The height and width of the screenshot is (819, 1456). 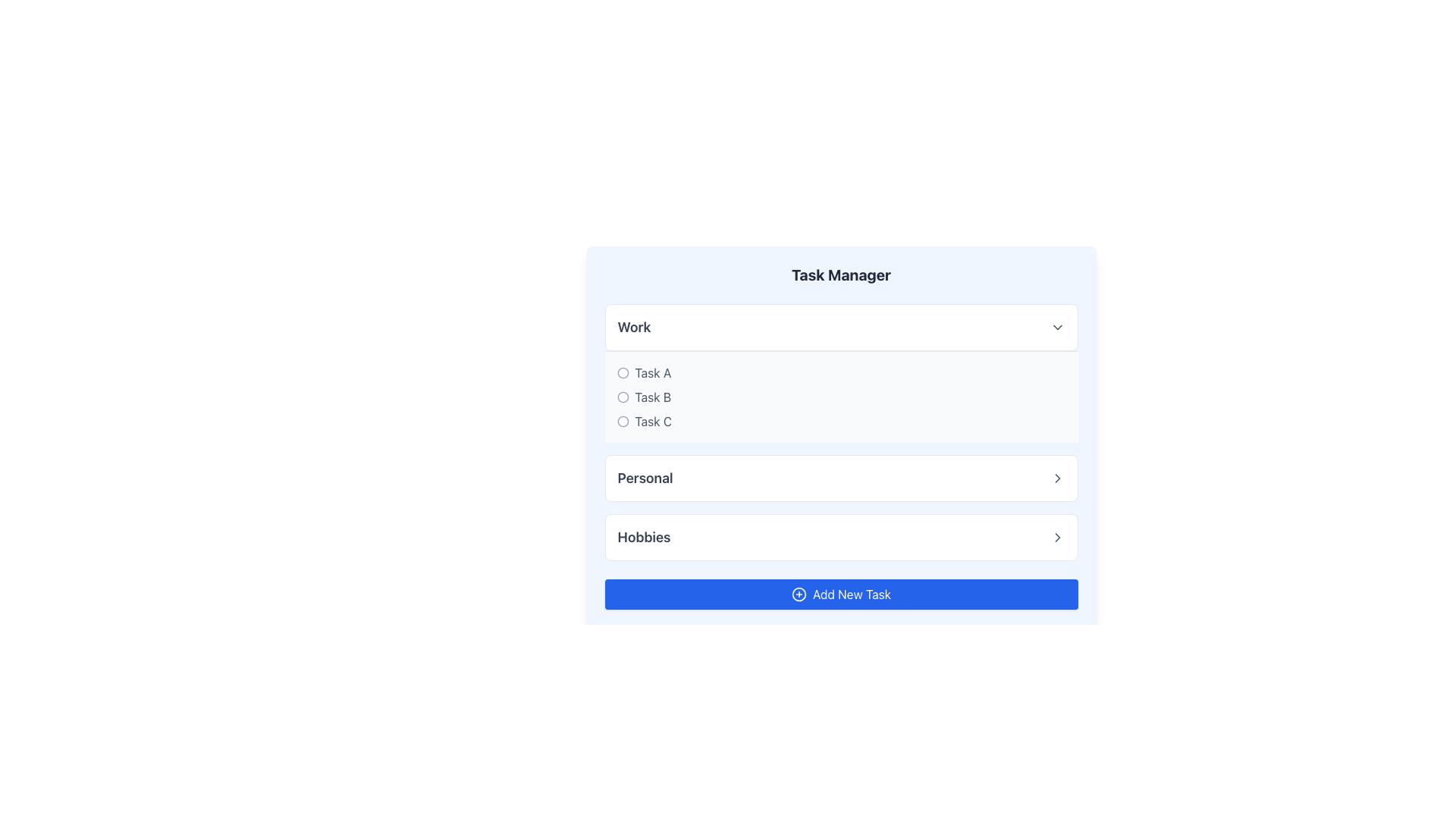 What do you see at coordinates (623, 421) in the screenshot?
I see `the unselected radio button for 'Task C' located in the 'Work' section` at bounding box center [623, 421].